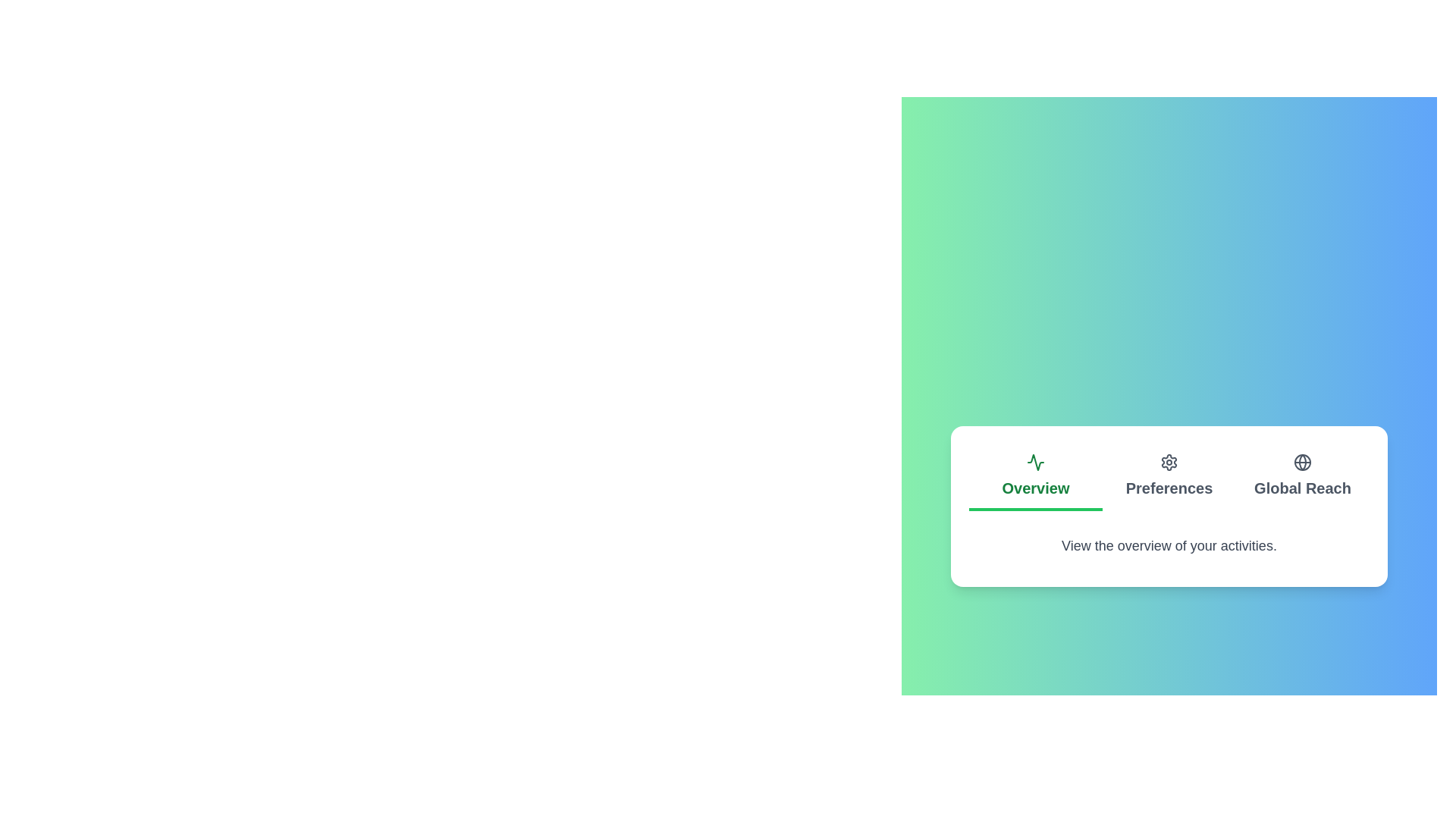 The image size is (1456, 819). What do you see at coordinates (1302, 476) in the screenshot?
I see `the Global Reach tab to see its interactive effect` at bounding box center [1302, 476].